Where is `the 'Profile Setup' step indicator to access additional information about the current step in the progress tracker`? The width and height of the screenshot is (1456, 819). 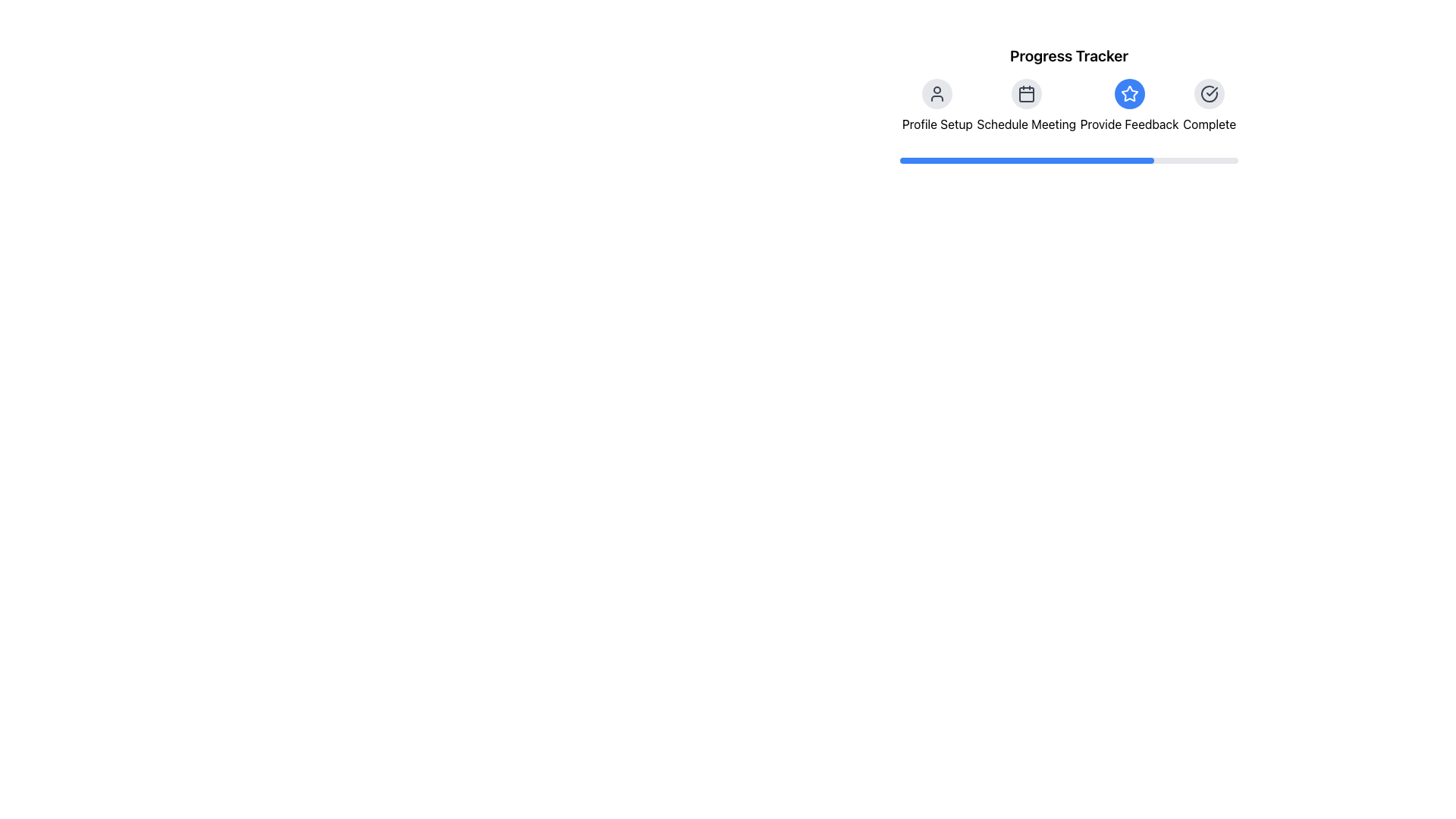
the 'Profile Setup' step indicator to access additional information about the current step in the progress tracker is located at coordinates (937, 105).